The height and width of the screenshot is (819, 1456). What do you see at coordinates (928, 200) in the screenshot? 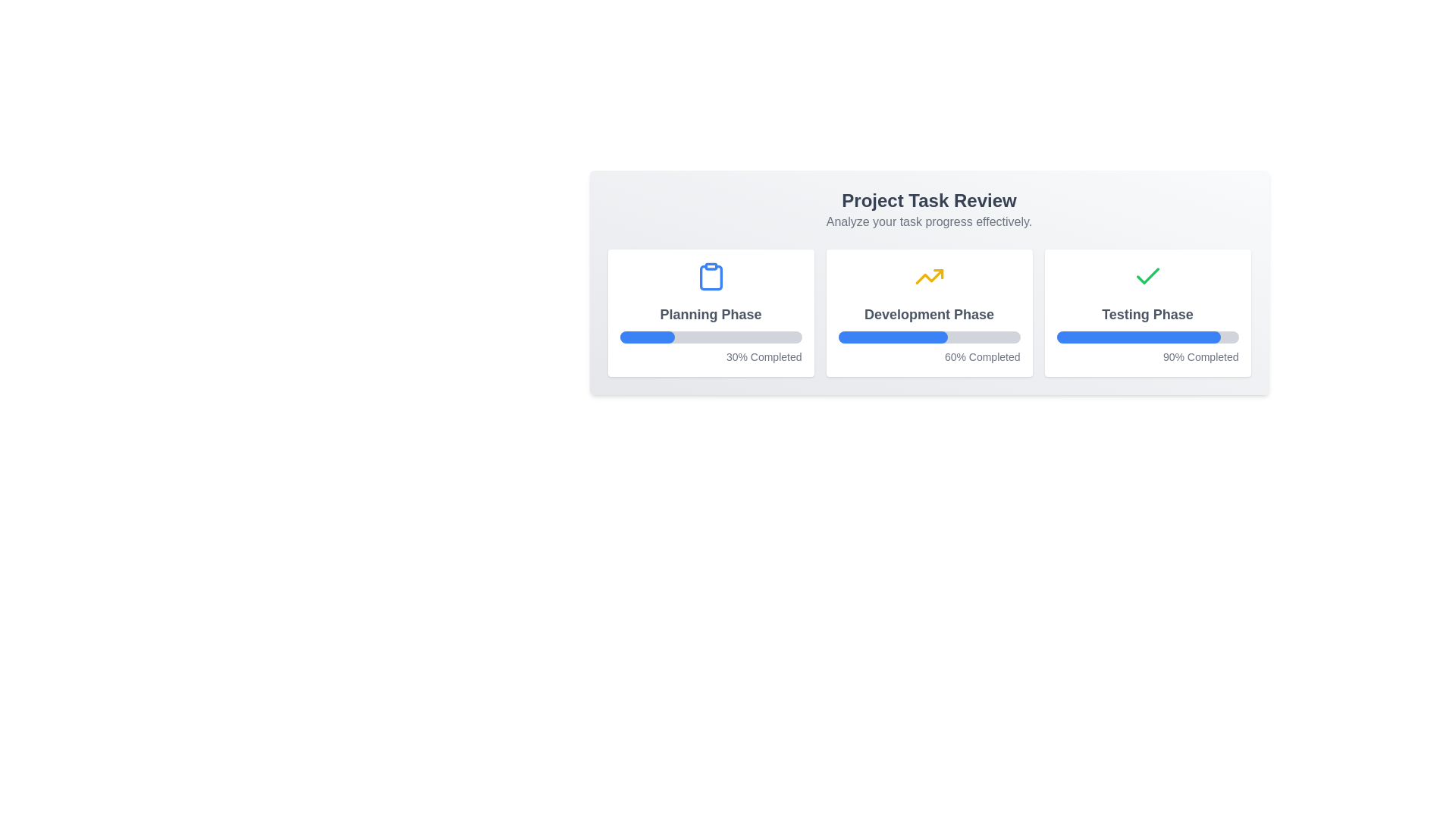
I see `the Text Label element, which serves as a heading or title for the section, located at the center top of the interface, above the text 'Analyze your task progress effectively.'` at bounding box center [928, 200].